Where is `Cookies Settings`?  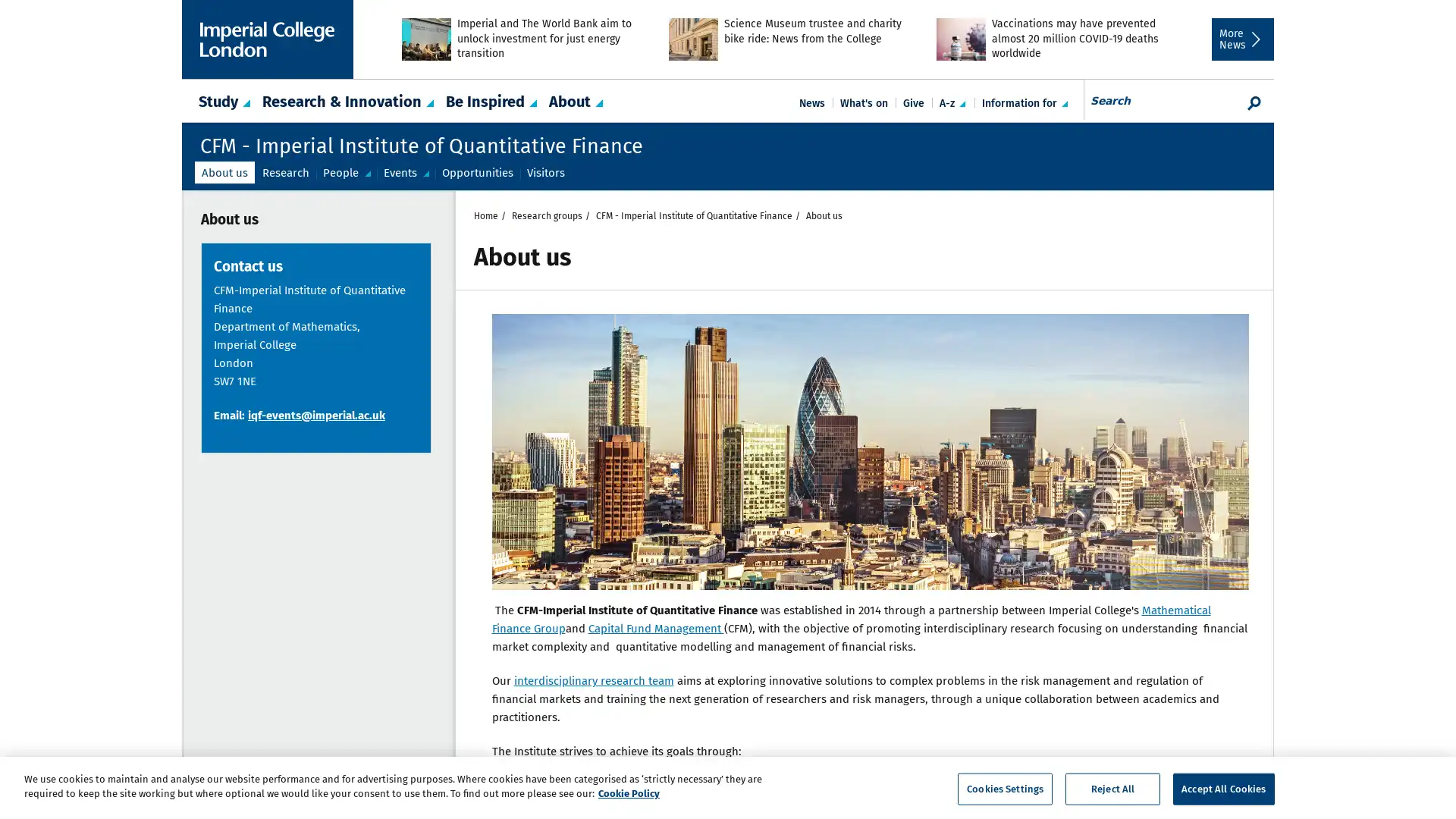 Cookies Settings is located at coordinates (1005, 788).